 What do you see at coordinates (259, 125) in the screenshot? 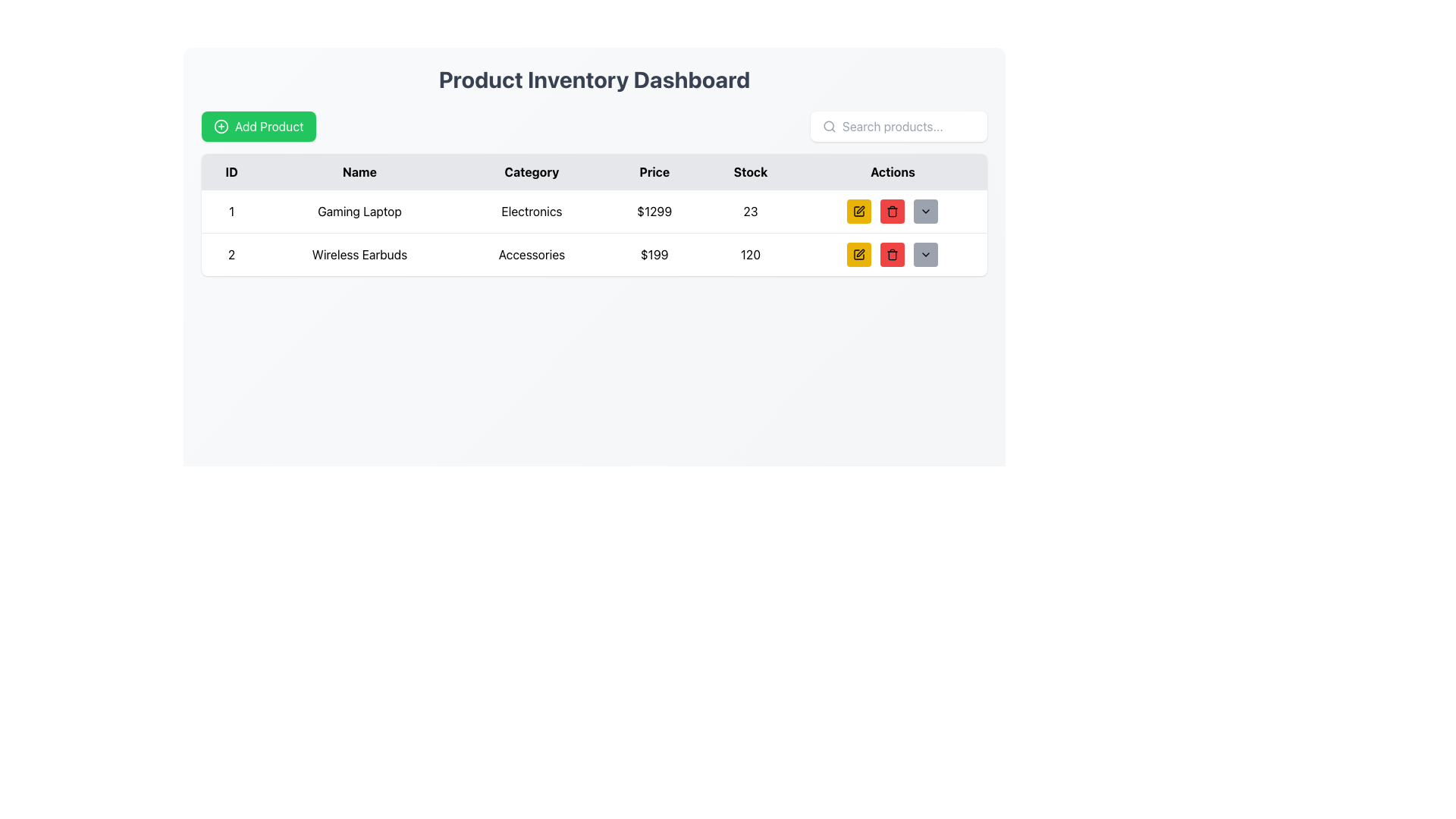
I see `the 'Add Product' button, which is a rectangular button with rounded edges, a green background, and white text` at bounding box center [259, 125].